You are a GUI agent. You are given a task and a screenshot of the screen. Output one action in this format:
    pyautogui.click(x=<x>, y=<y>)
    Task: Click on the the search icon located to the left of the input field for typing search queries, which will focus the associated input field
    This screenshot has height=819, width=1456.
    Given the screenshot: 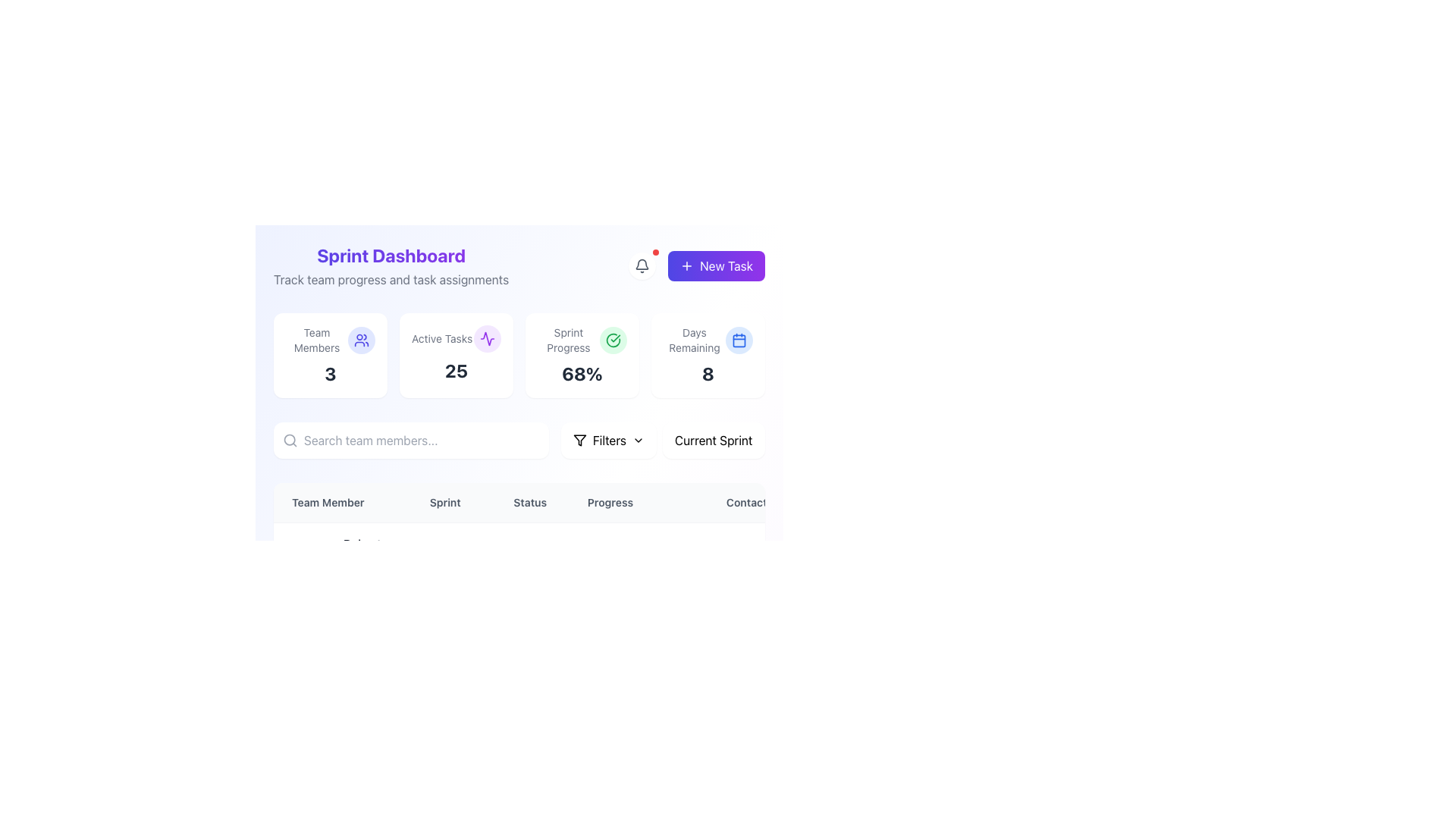 What is the action you would take?
    pyautogui.click(x=290, y=441)
    